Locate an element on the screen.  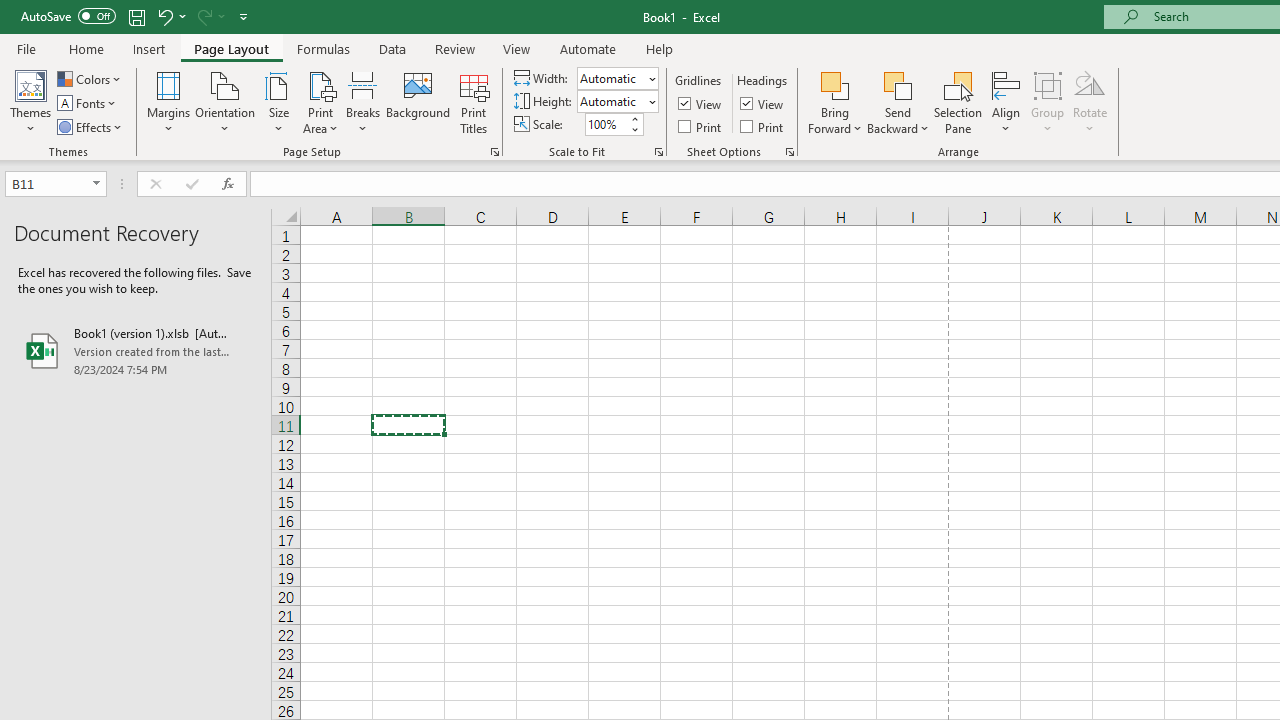
'Book1 (version 1).xlsb  [AutoRecovered]' is located at coordinates (135, 350).